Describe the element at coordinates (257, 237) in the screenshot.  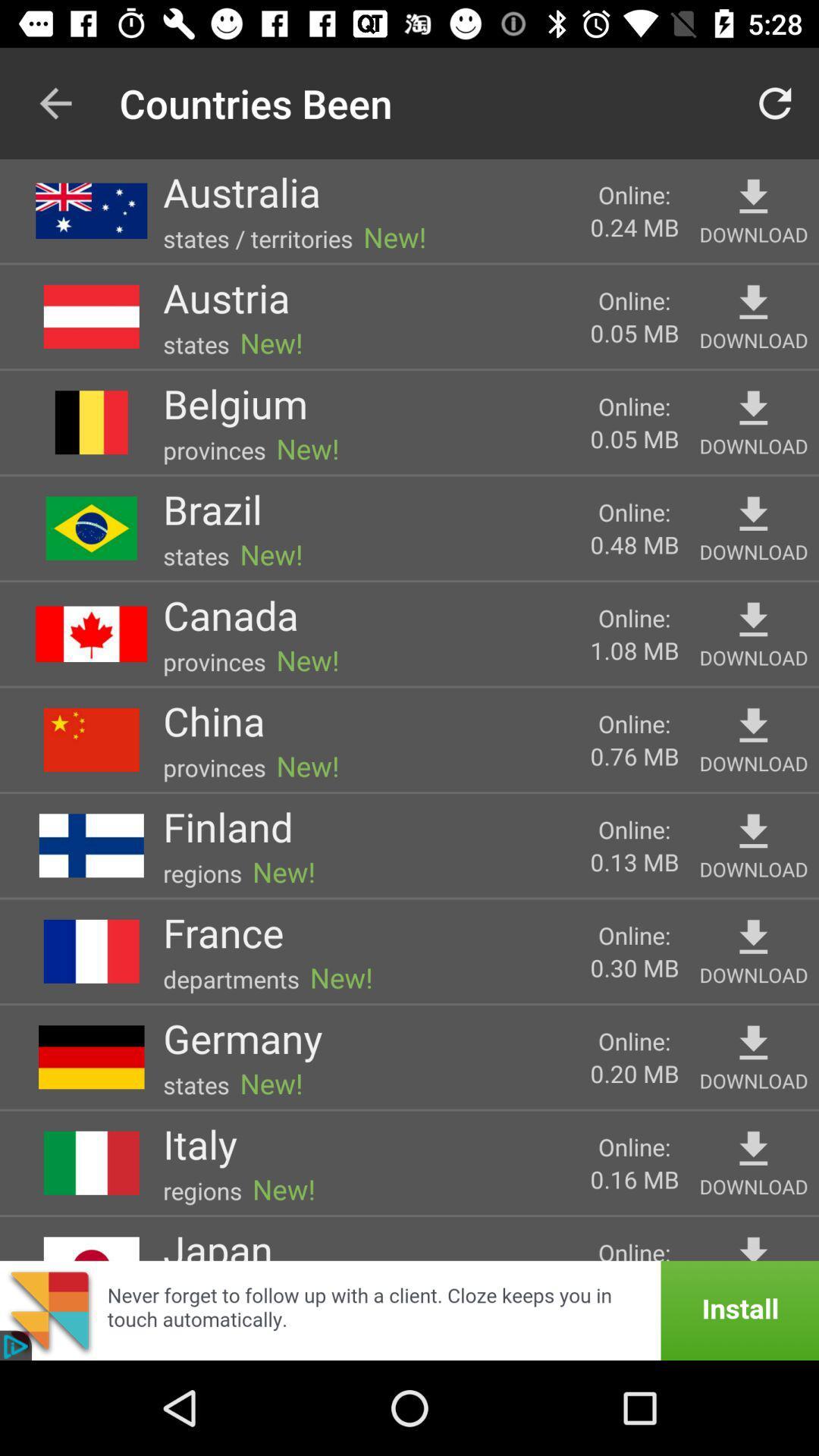
I see `states / territories icon` at that location.